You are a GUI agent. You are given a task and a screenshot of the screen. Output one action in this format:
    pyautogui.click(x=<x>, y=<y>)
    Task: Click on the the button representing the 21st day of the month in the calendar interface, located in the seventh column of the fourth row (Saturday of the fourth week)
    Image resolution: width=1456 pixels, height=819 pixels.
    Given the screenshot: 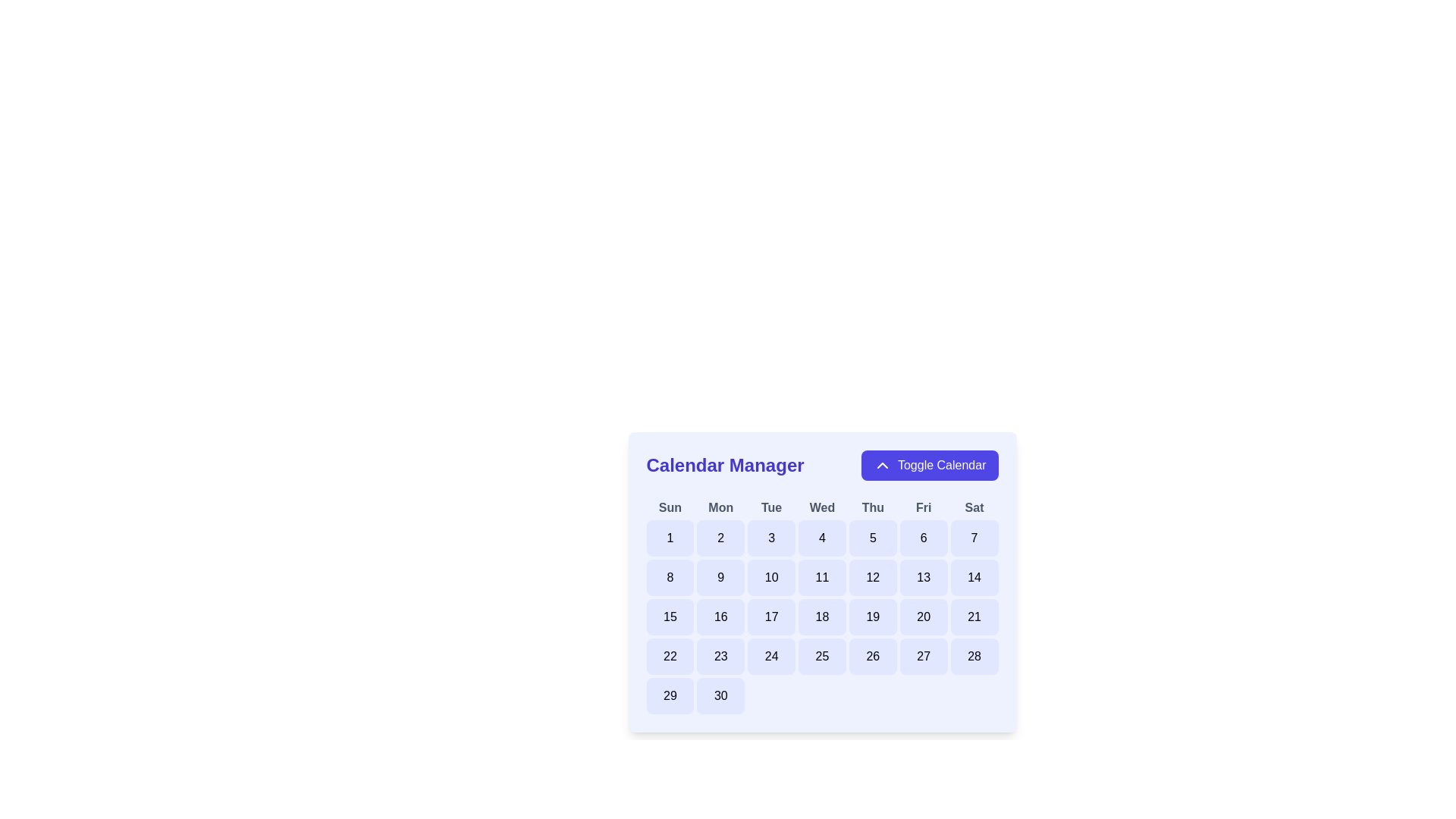 What is the action you would take?
    pyautogui.click(x=974, y=617)
    